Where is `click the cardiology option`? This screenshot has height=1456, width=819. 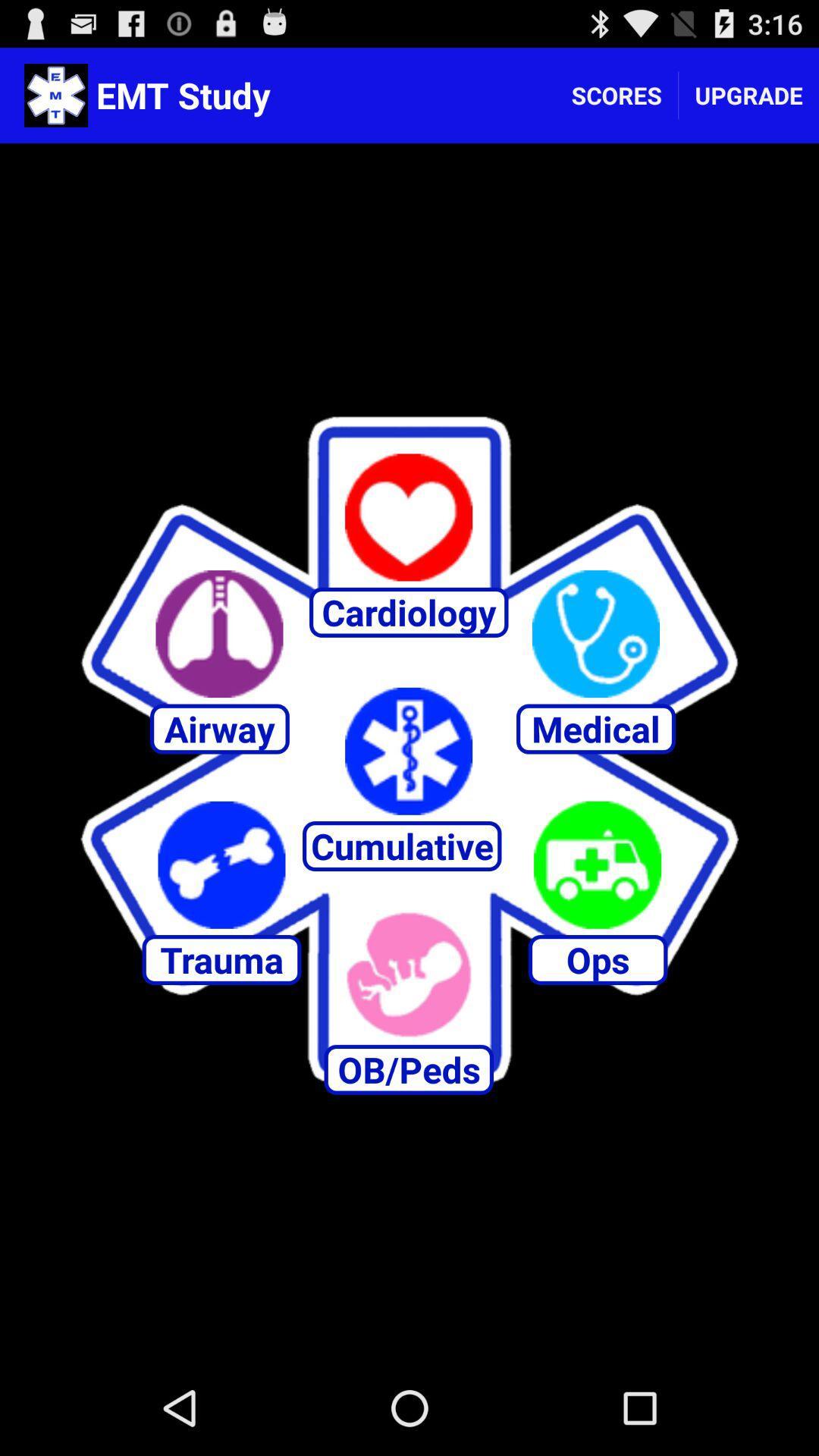 click the cardiology option is located at coordinates (408, 517).